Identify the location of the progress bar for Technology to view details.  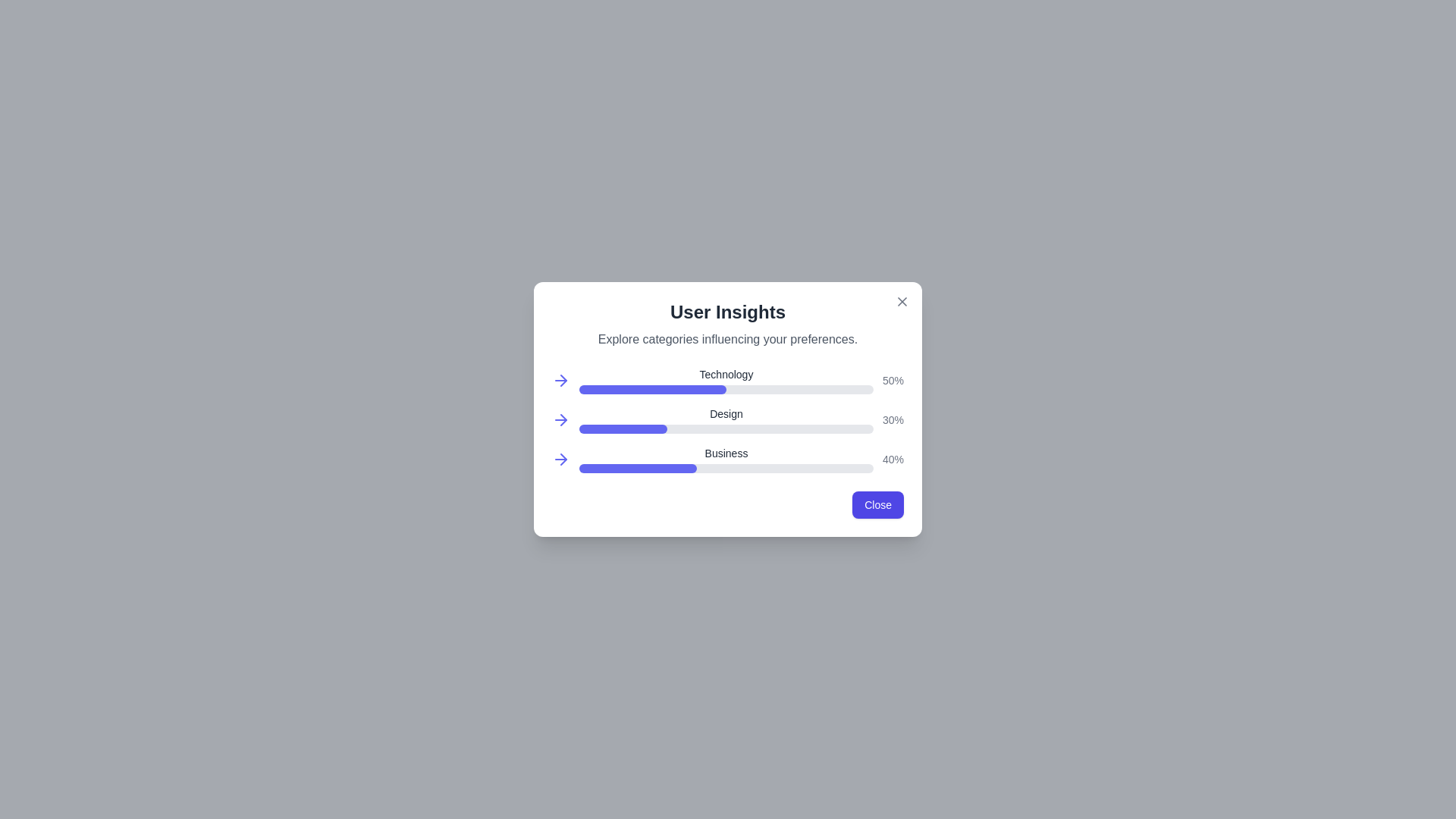
(651, 379).